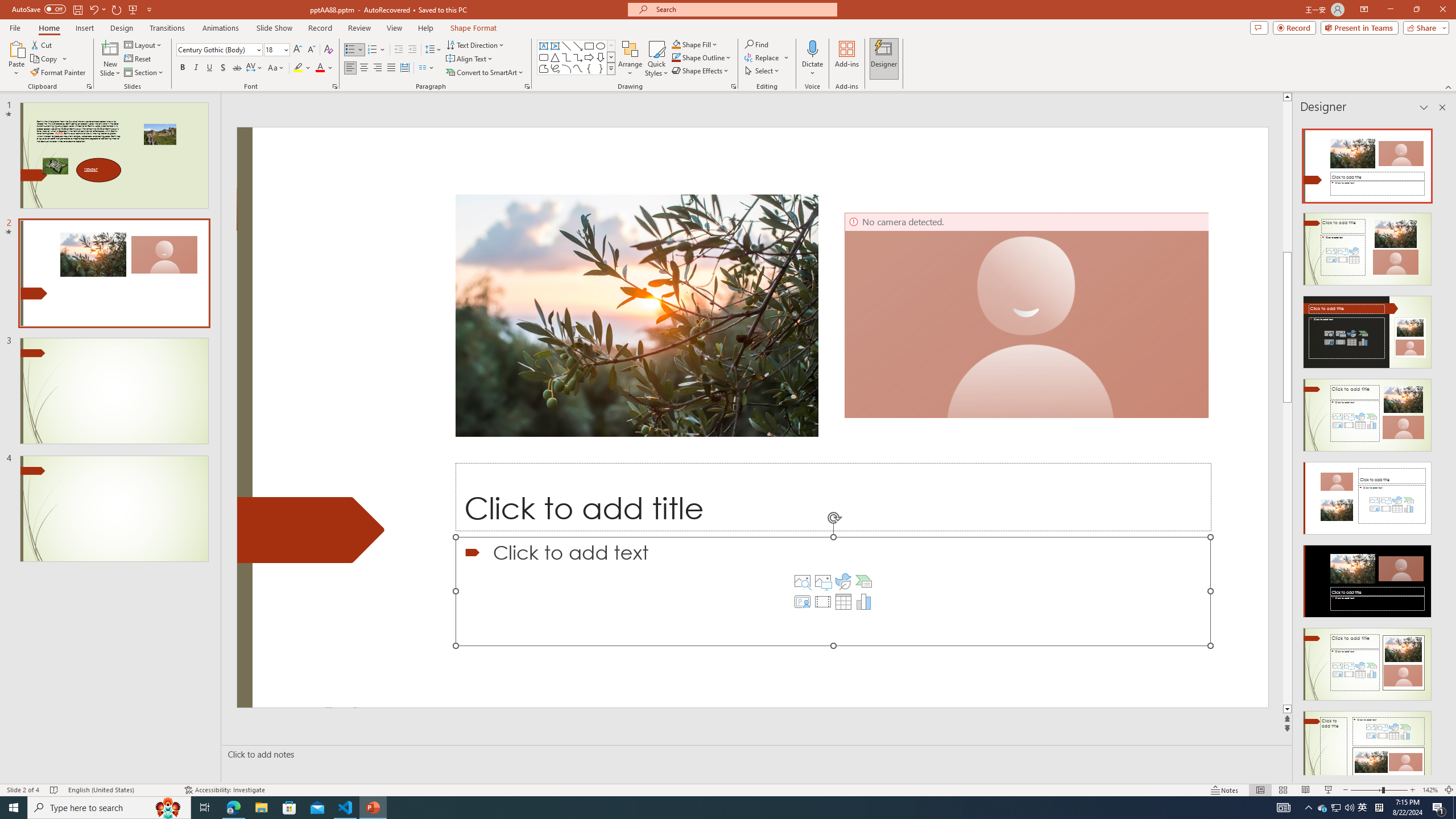  Describe the element at coordinates (1027, 316) in the screenshot. I see `'Camera 7, No camera detected.'` at that location.